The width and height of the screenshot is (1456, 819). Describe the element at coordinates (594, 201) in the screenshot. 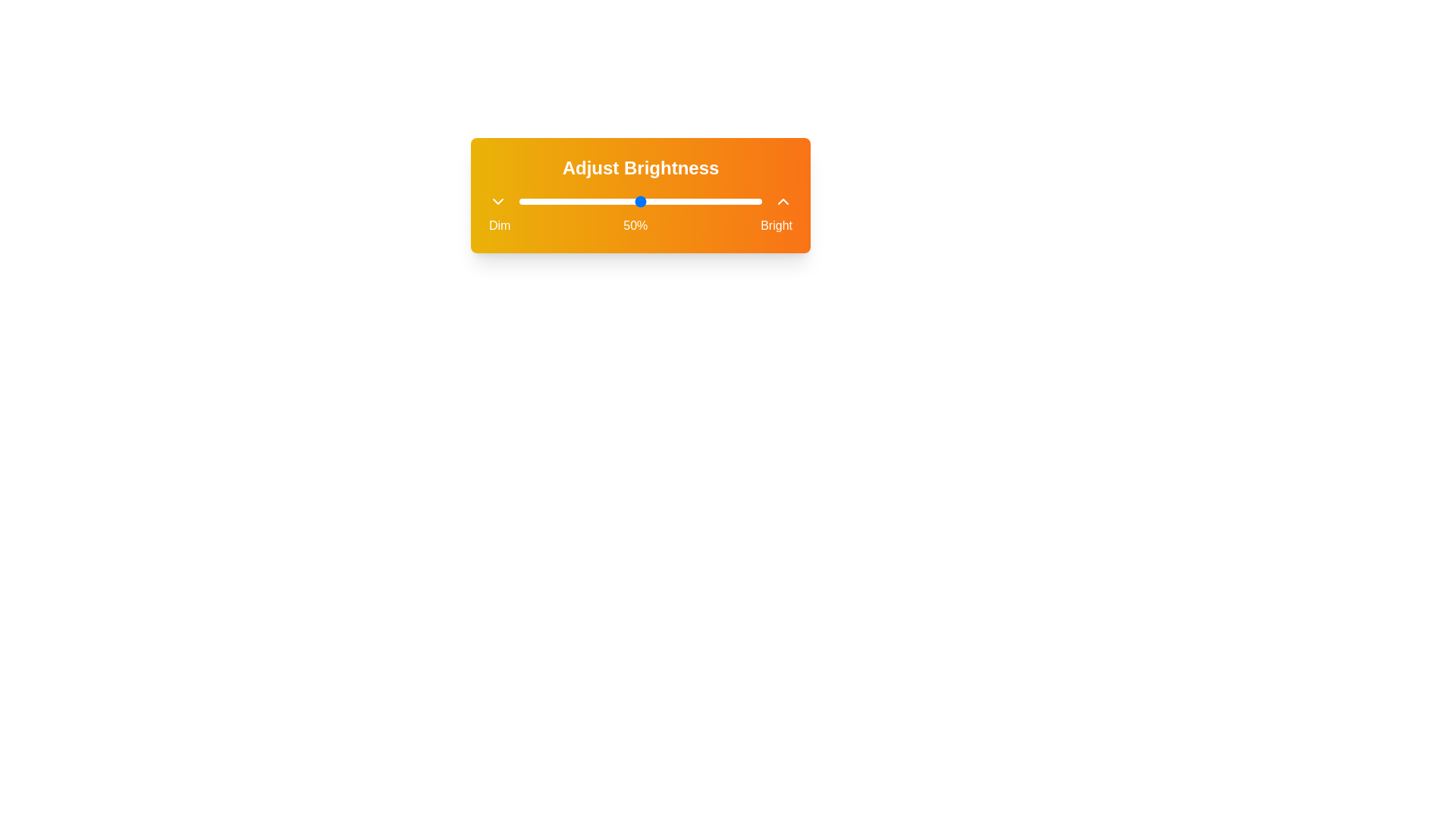

I see `brightness` at that location.